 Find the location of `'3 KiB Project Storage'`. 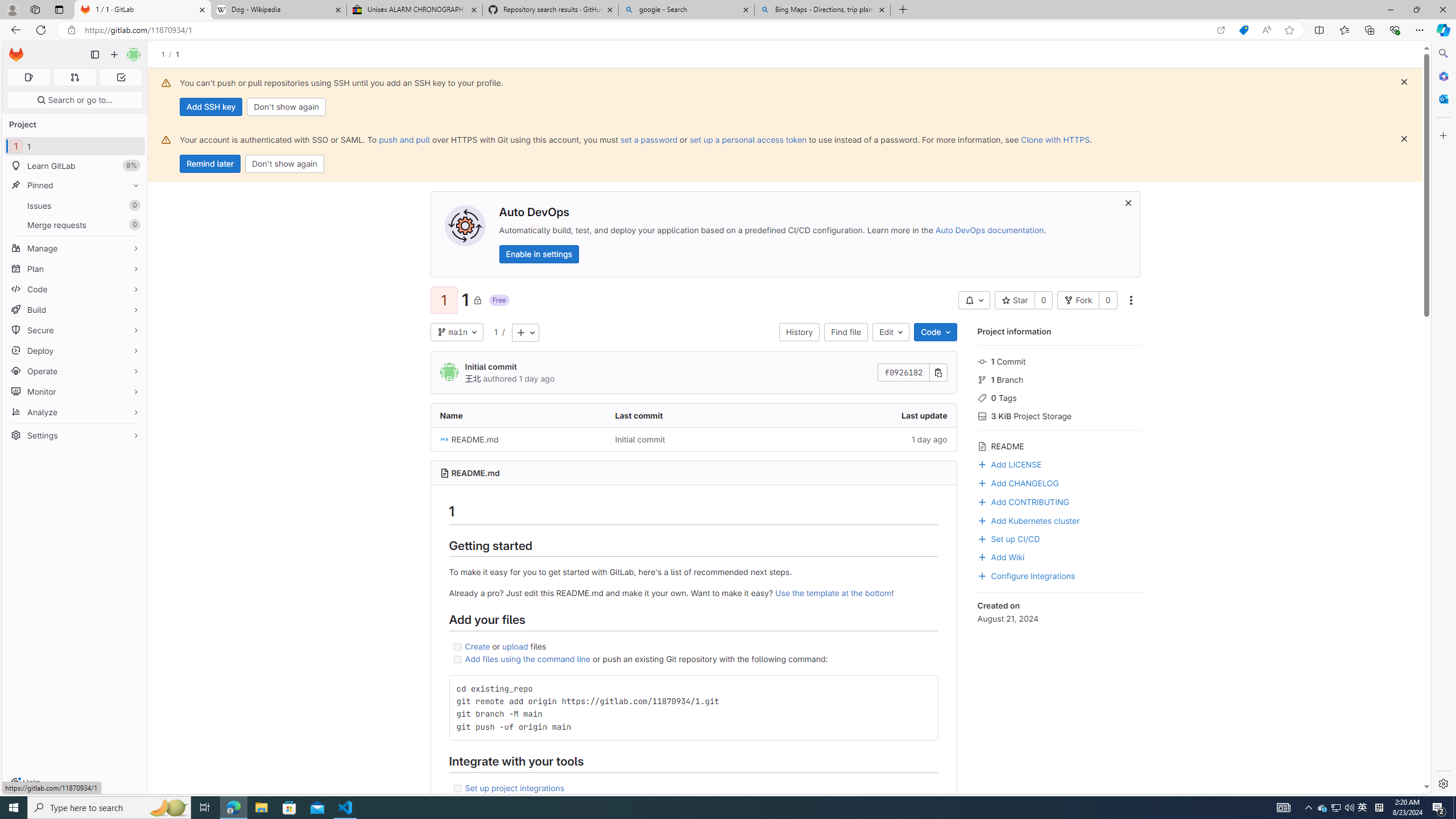

'3 KiB Project Storage' is located at coordinates (1059, 415).